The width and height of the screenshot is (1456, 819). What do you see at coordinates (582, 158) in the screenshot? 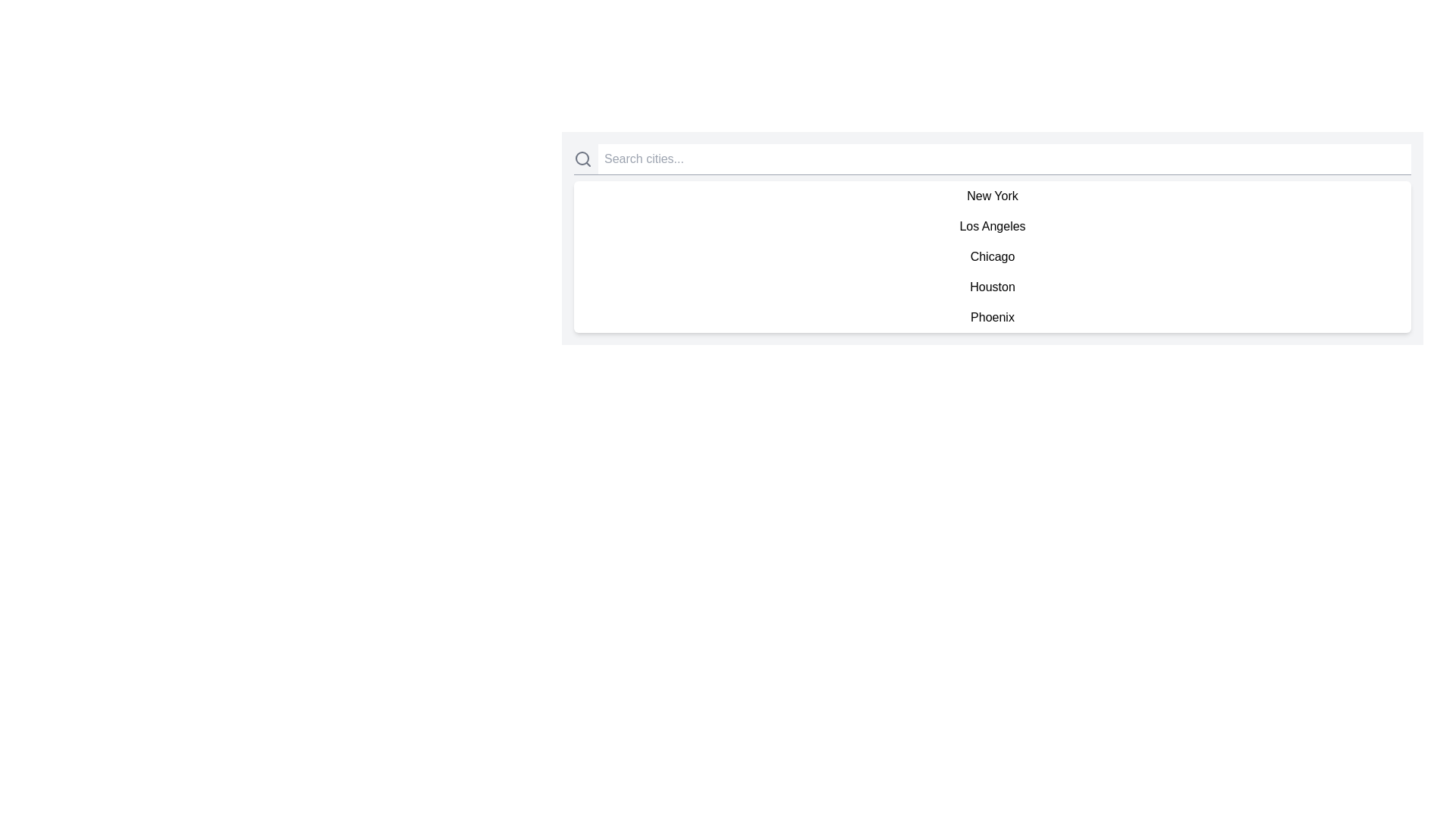
I see `the gray magnifying glass icon, which is styled with a two-pixel stroke and positioned to the left of the 'Search cities...' input field` at bounding box center [582, 158].